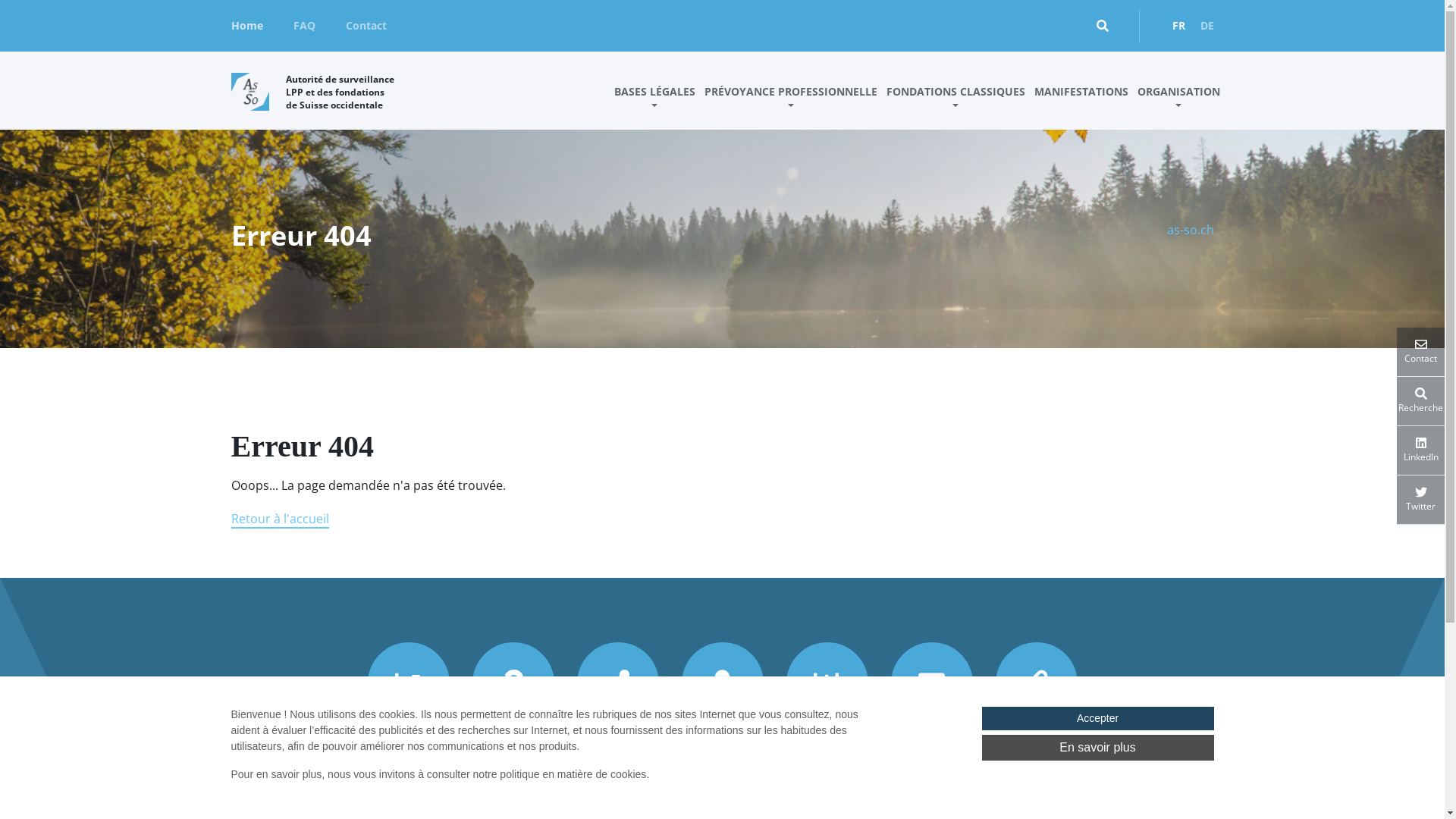 This screenshot has width=1456, height=819. I want to click on 'Accepter', so click(1097, 717).